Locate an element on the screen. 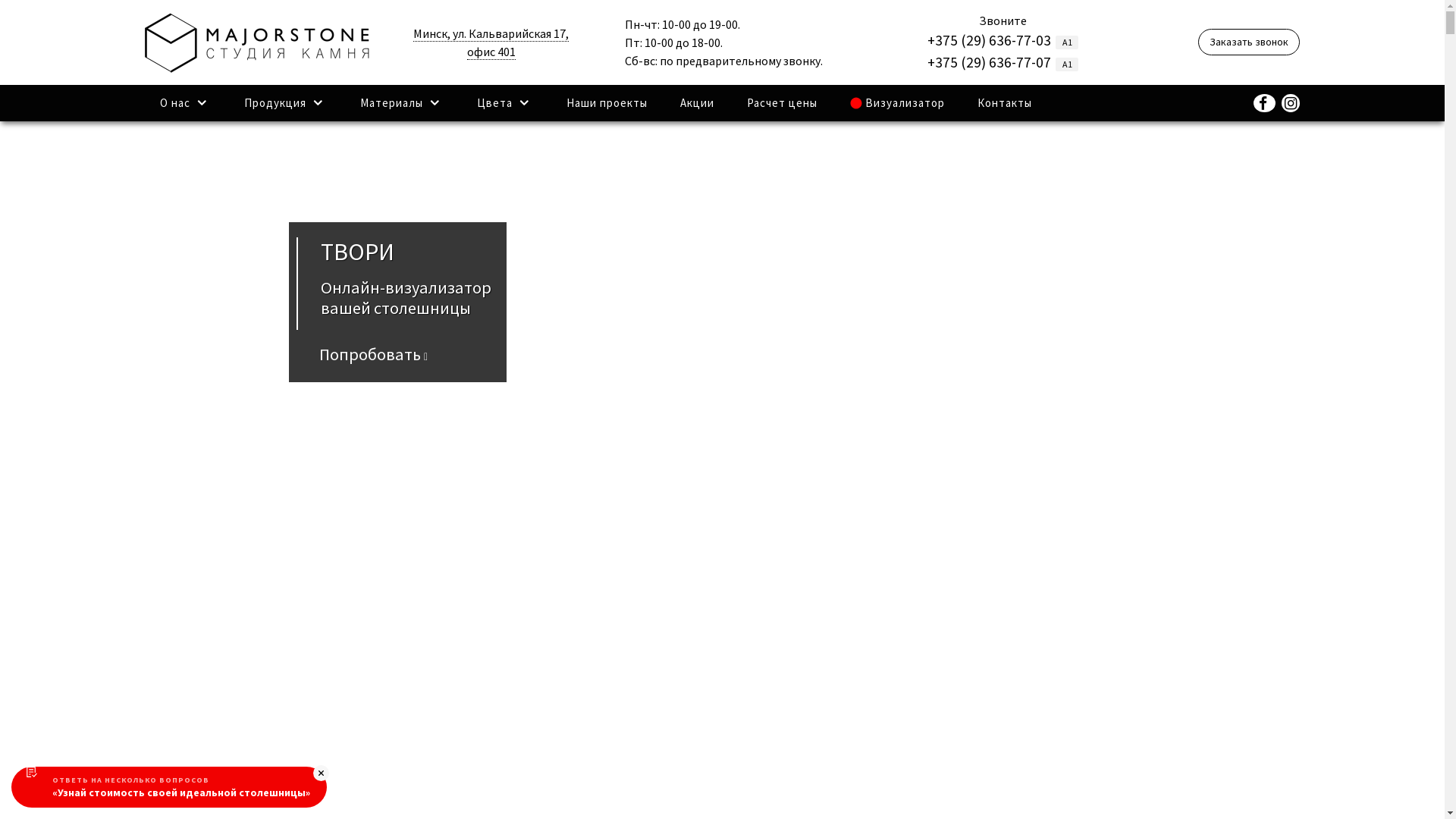 Image resolution: width=1456 pixels, height=819 pixels. '+375 (29) 636-77-07' is located at coordinates (989, 61).